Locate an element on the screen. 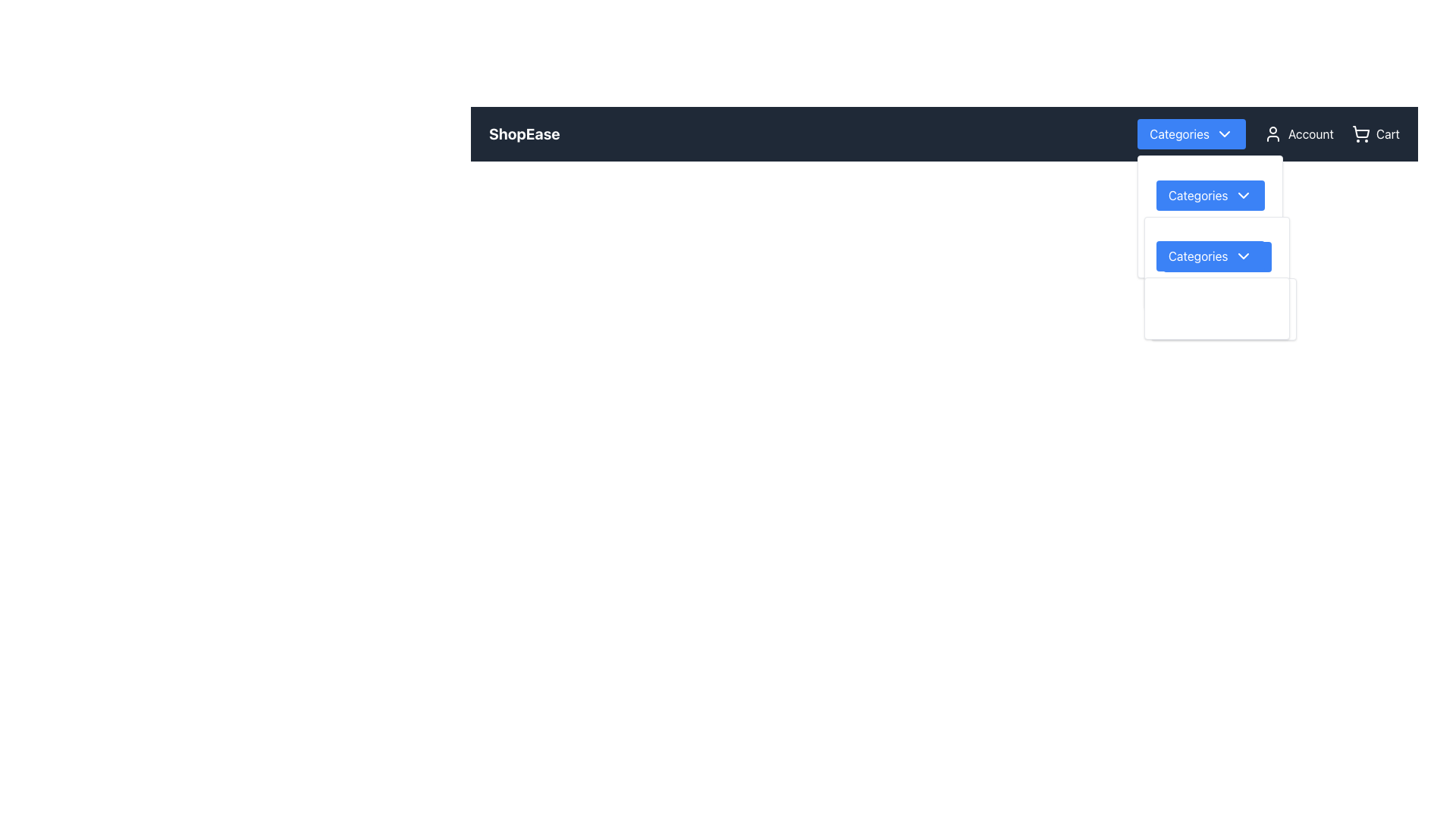 The image size is (1456, 819). the shopping cart icon located on the far right of the top navigation bar is located at coordinates (1360, 133).